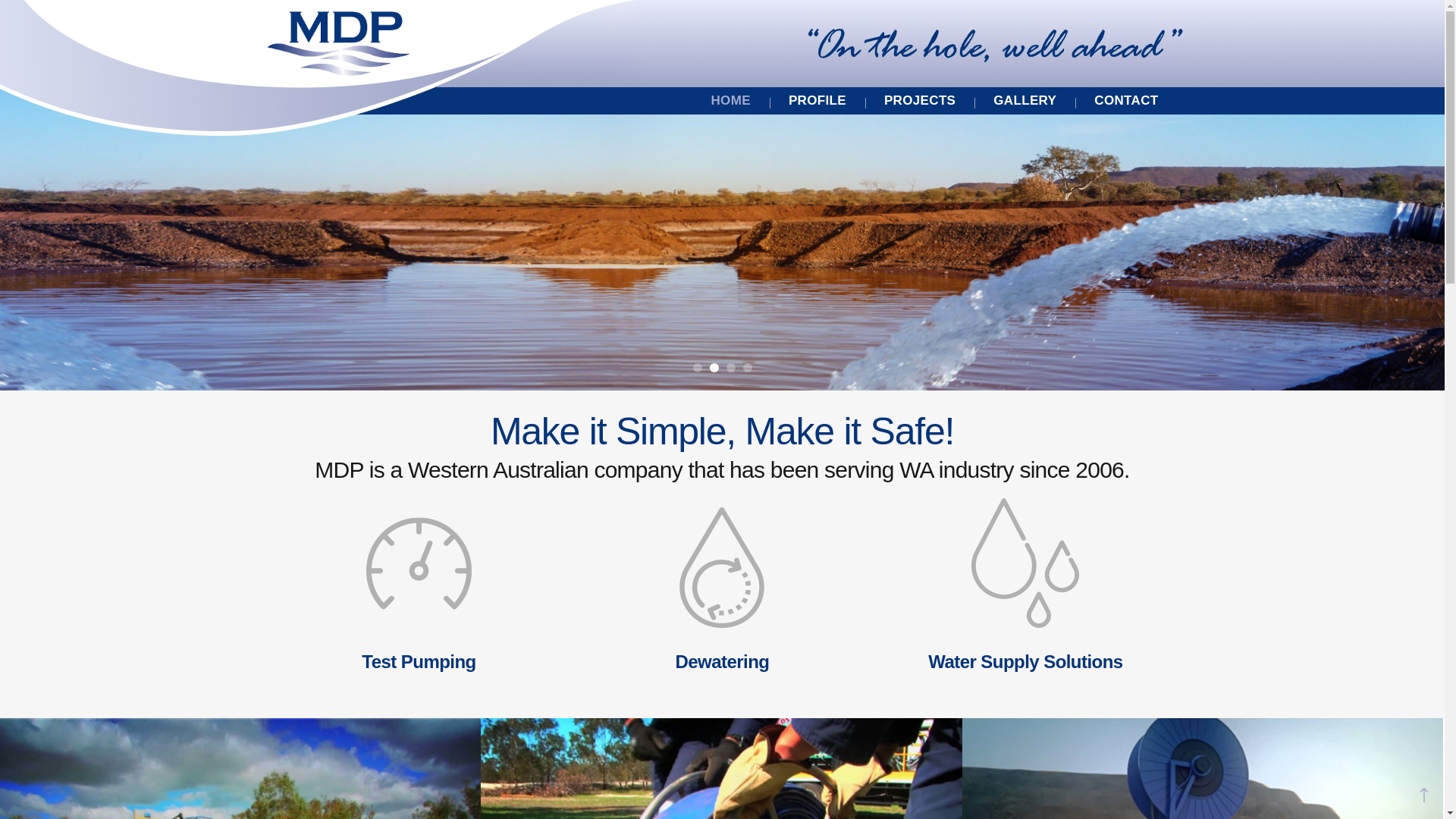 Image resolution: width=1456 pixels, height=819 pixels. I want to click on '4', so click(747, 368).